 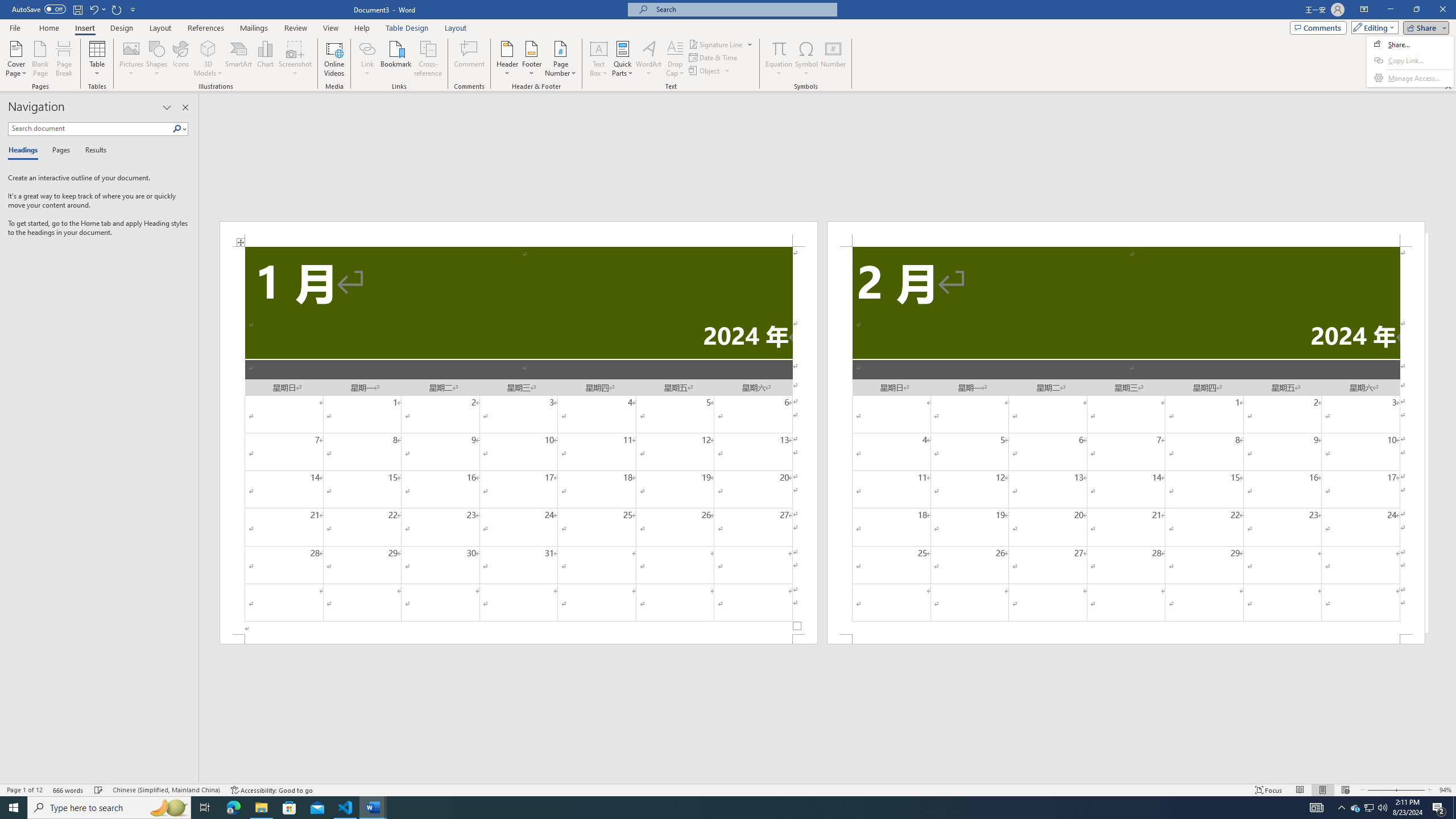 What do you see at coordinates (716, 44) in the screenshot?
I see `'Signature Line'` at bounding box center [716, 44].